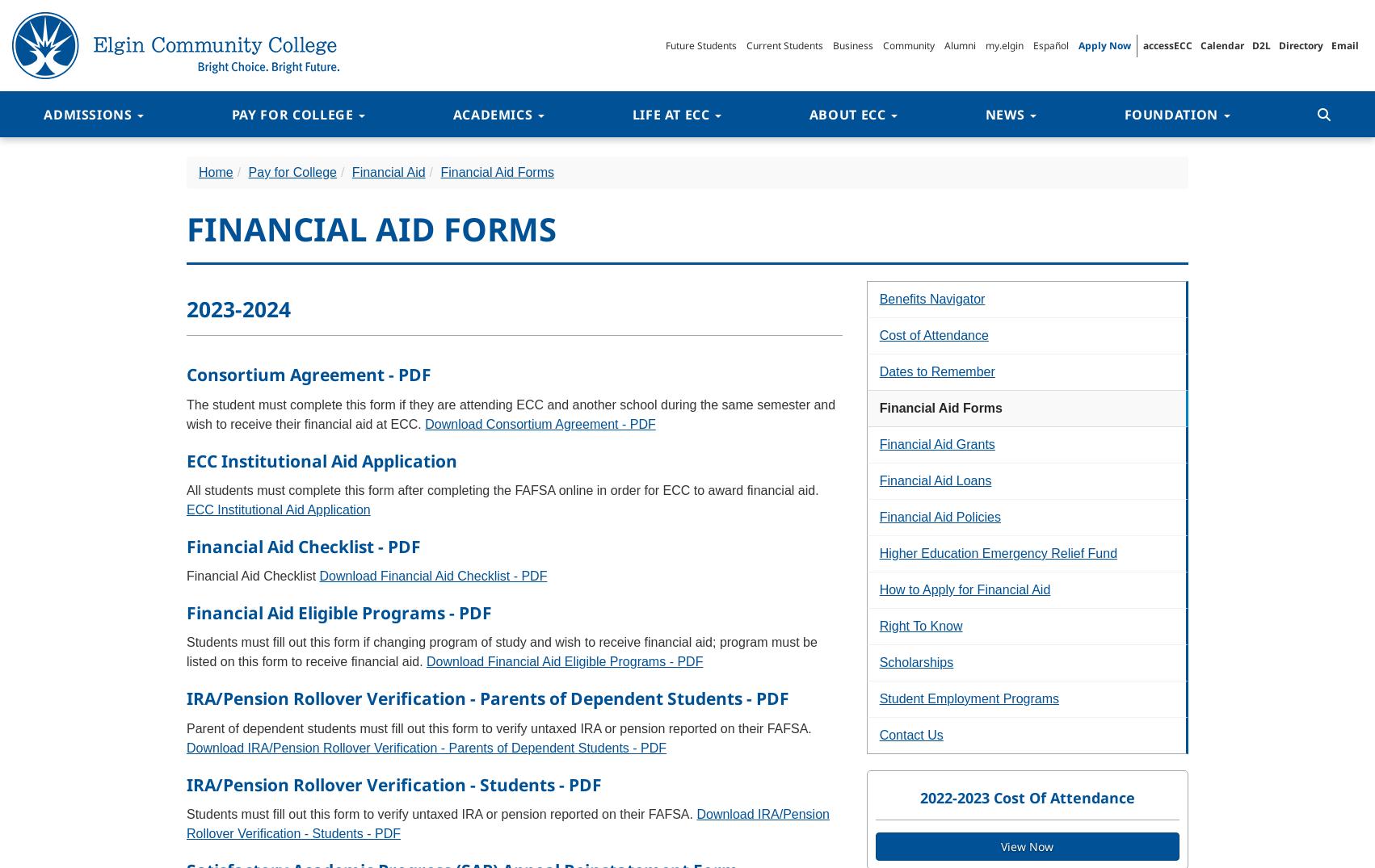 The image size is (1375, 868). Describe the element at coordinates (984, 114) in the screenshot. I see `'News'` at that location.